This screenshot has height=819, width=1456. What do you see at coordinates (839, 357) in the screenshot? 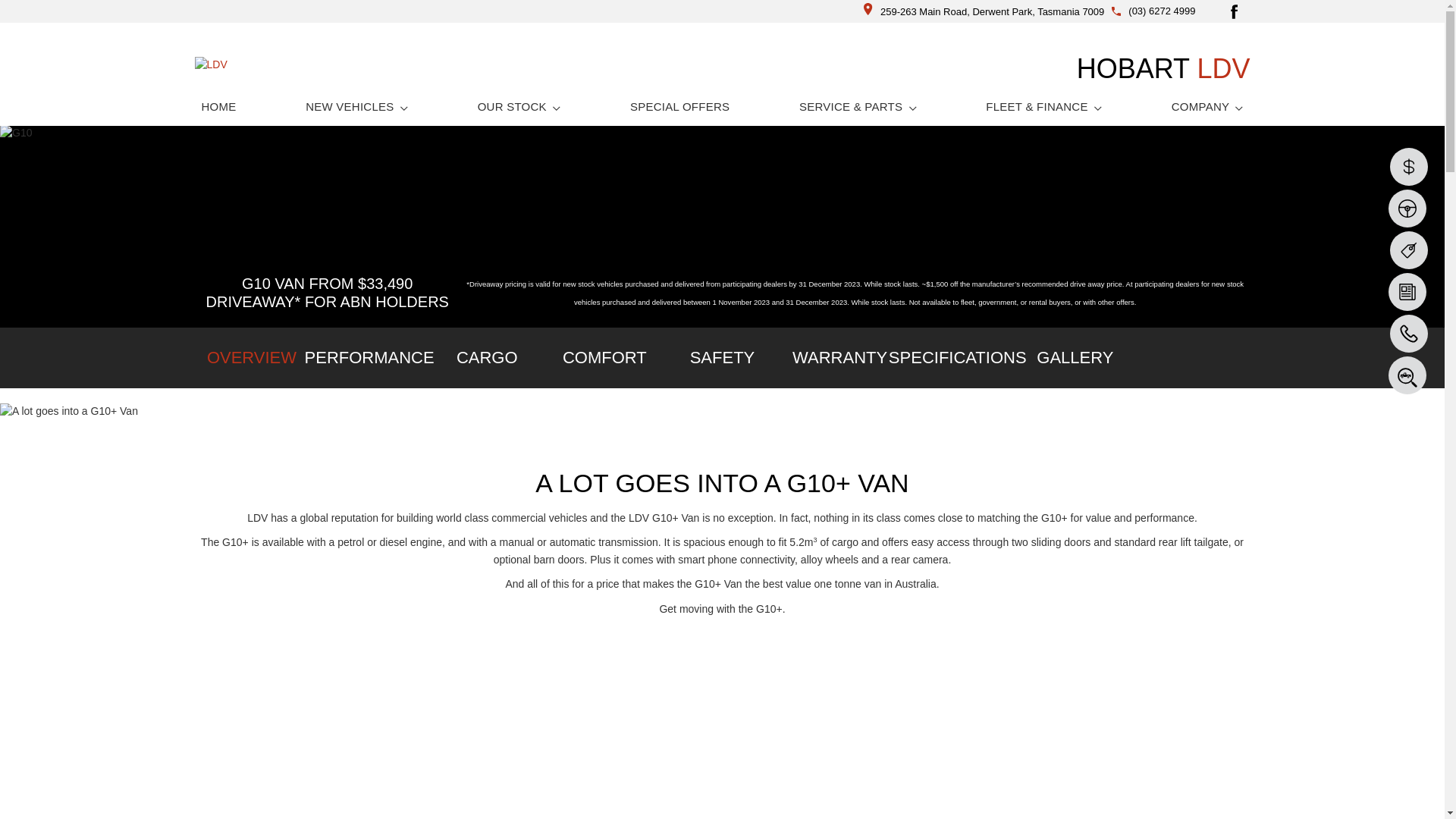
I see `'WARRANTY'` at bounding box center [839, 357].